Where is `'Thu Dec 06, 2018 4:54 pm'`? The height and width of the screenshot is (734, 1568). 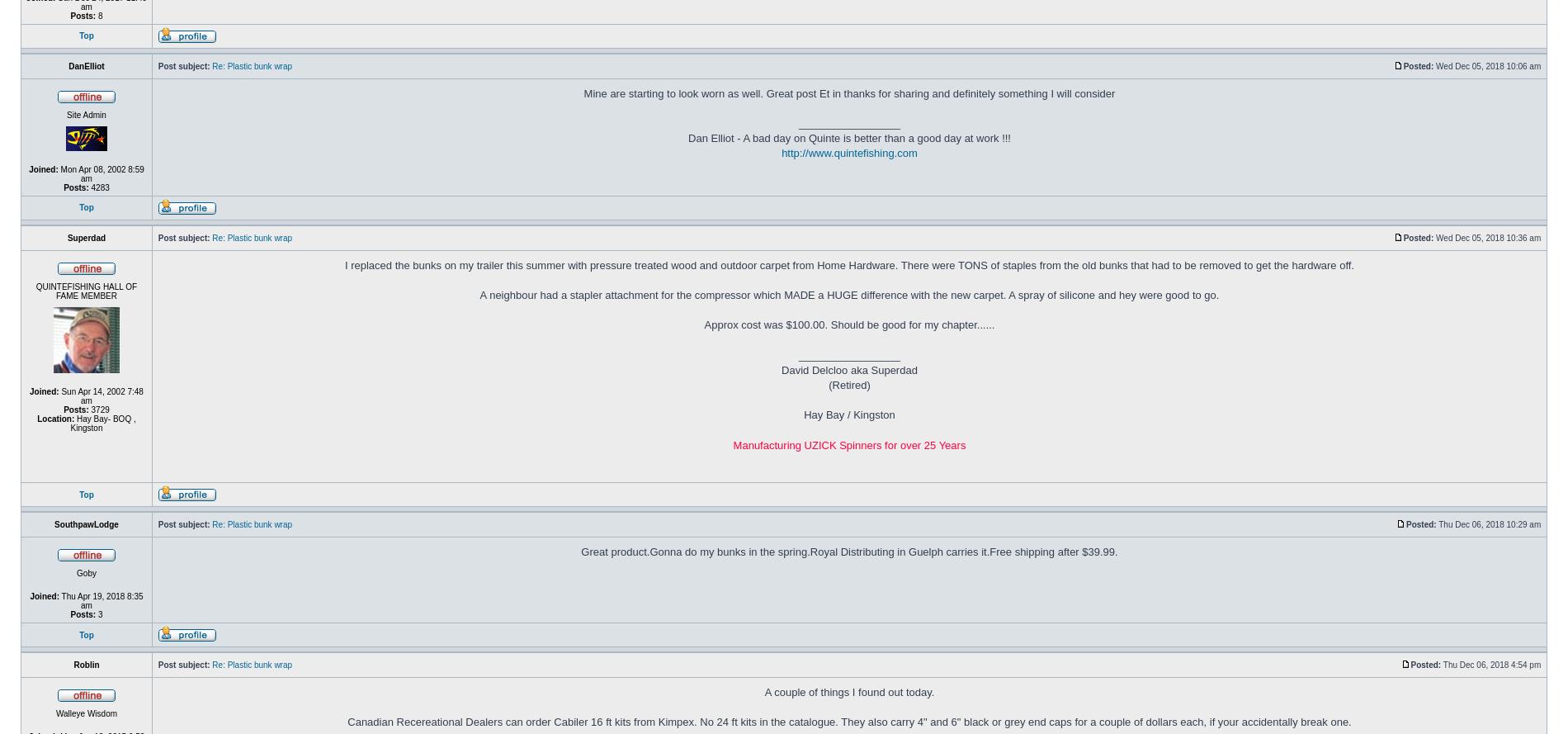 'Thu Dec 06, 2018 4:54 pm' is located at coordinates (1491, 665).